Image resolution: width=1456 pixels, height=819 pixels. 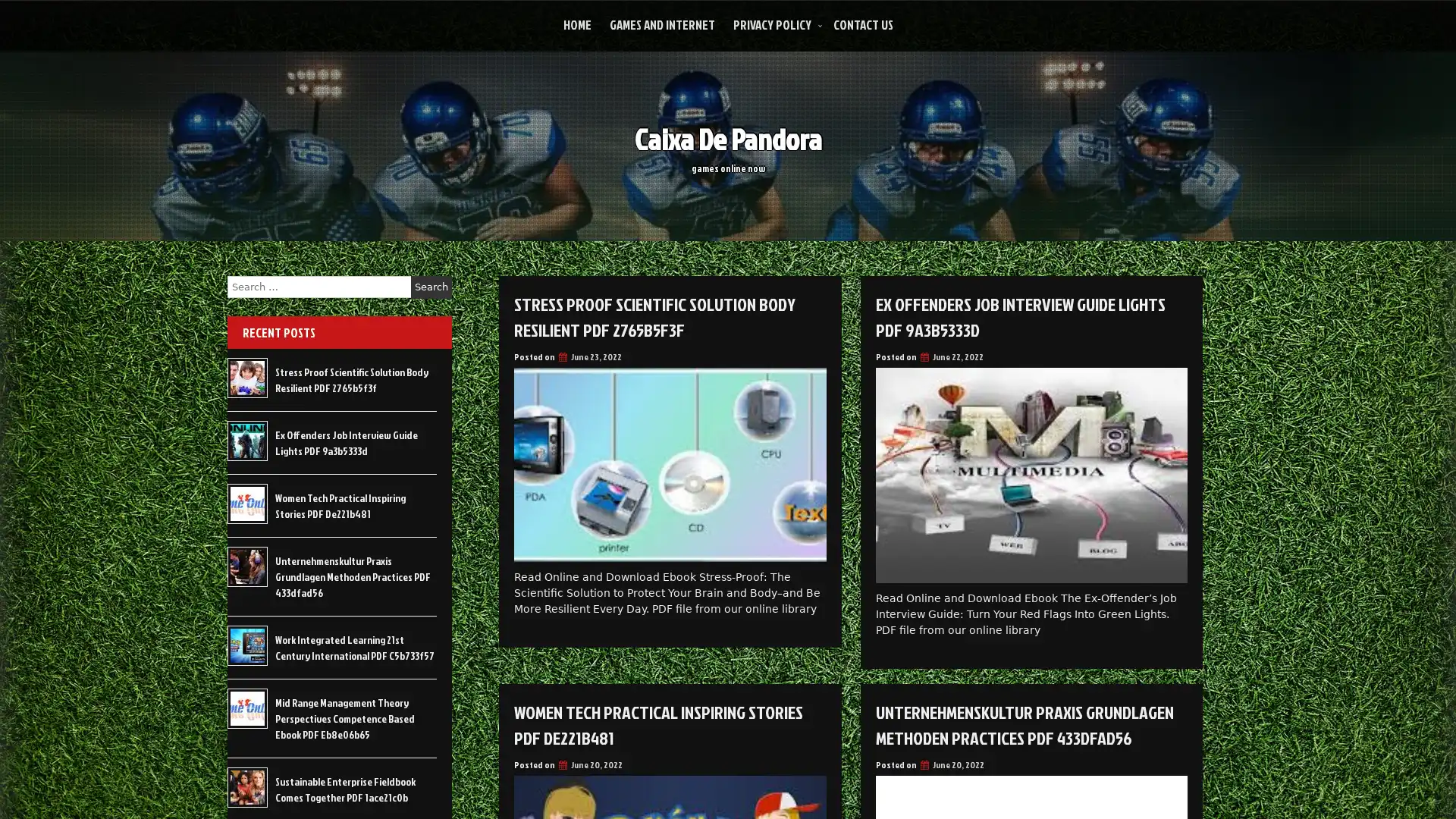 I want to click on Search, so click(x=431, y=287).